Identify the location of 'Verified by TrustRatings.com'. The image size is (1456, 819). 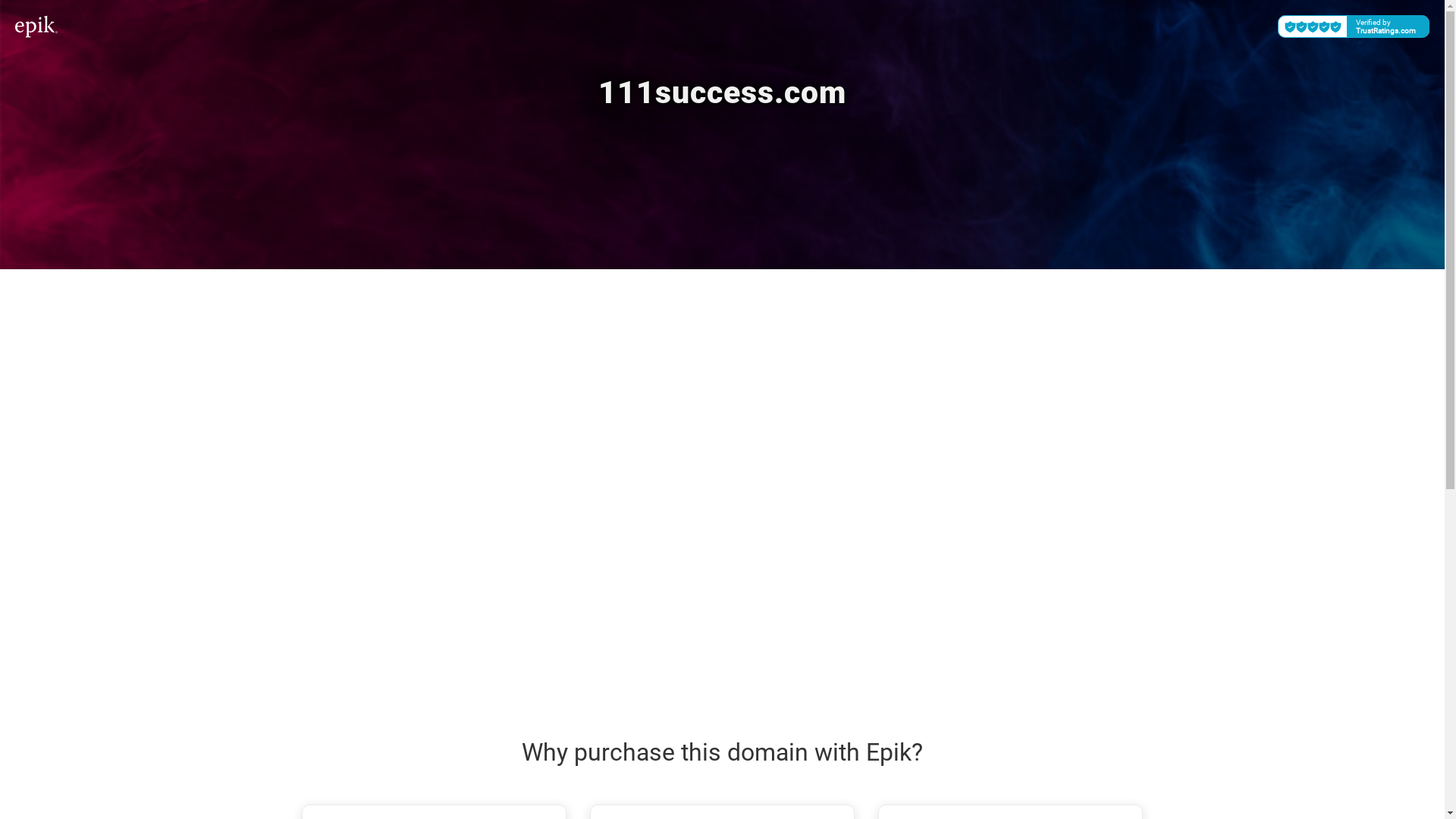
(1354, 26).